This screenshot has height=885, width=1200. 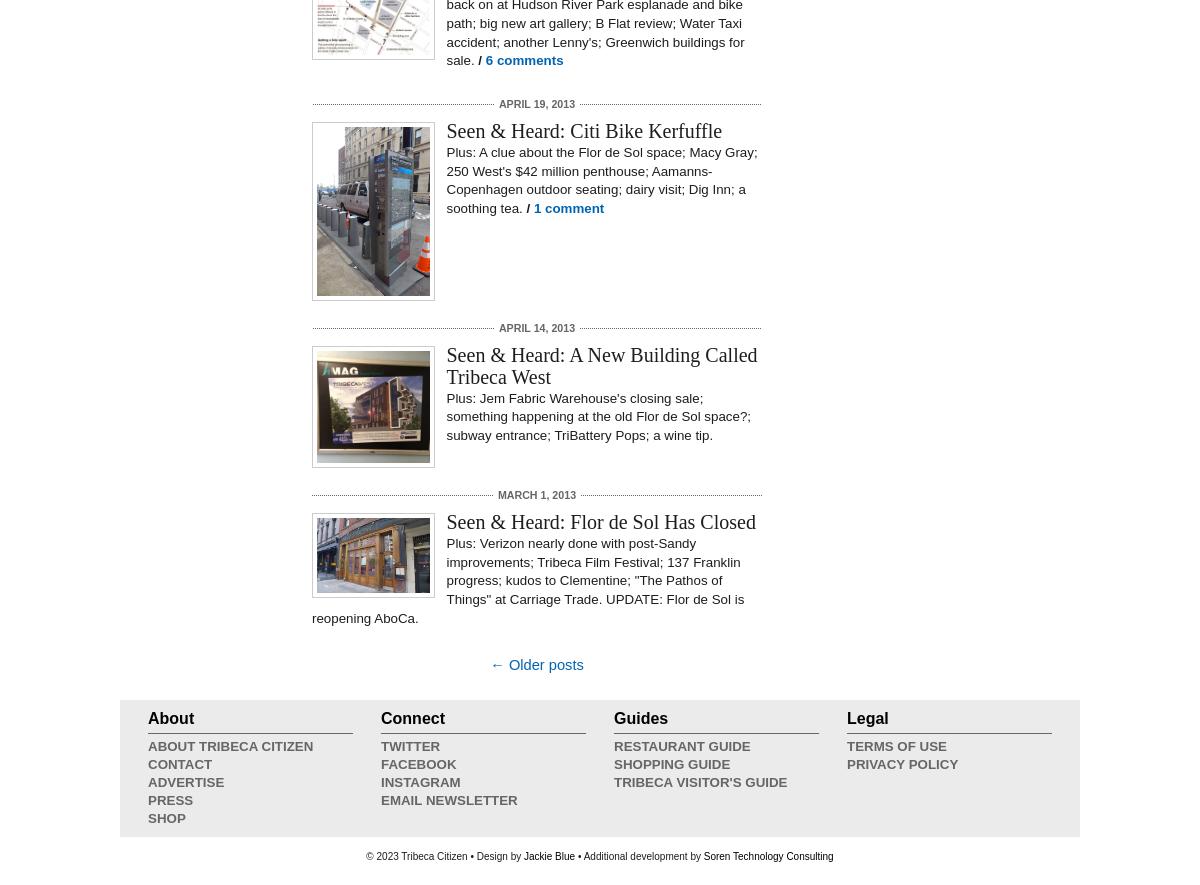 What do you see at coordinates (845, 746) in the screenshot?
I see `'Terms of Use'` at bounding box center [845, 746].